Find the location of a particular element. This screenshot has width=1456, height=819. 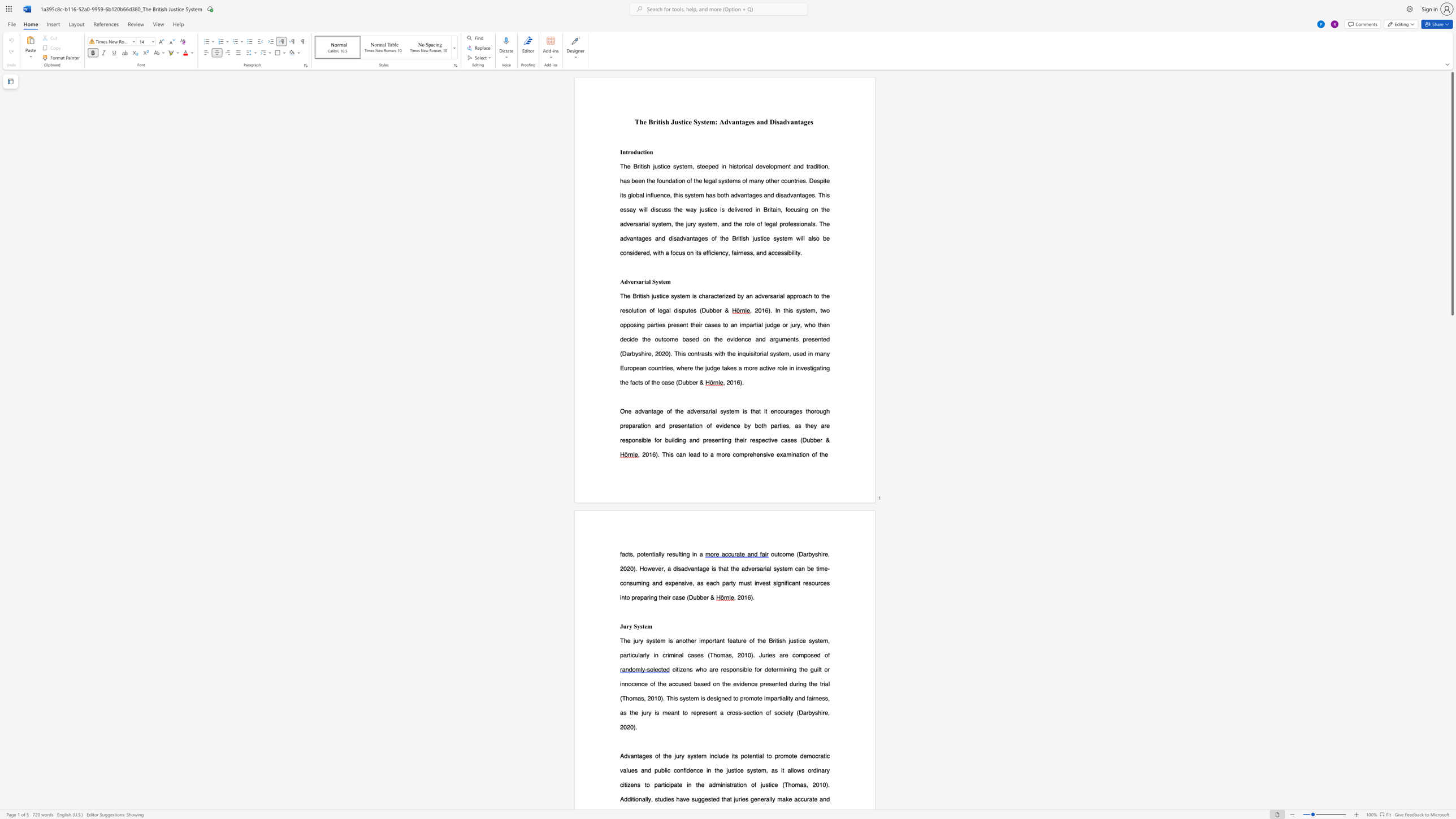

the subset text "ustice Sys" within the text "The British Justice System: Advantages and Disadvantages" is located at coordinates (674, 122).